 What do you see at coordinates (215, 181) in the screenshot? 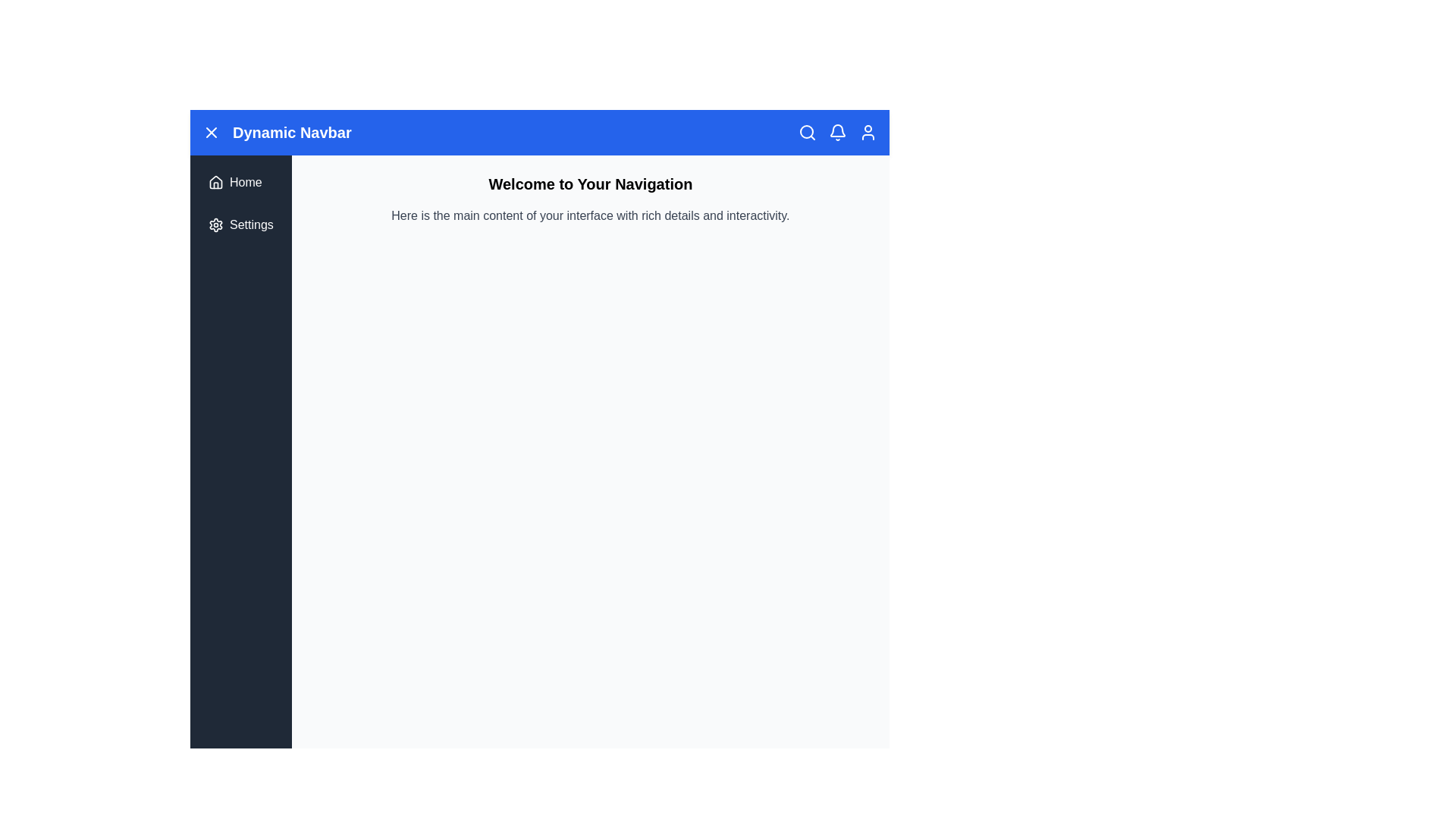
I see `the 'Home' icon in the sidebar` at bounding box center [215, 181].